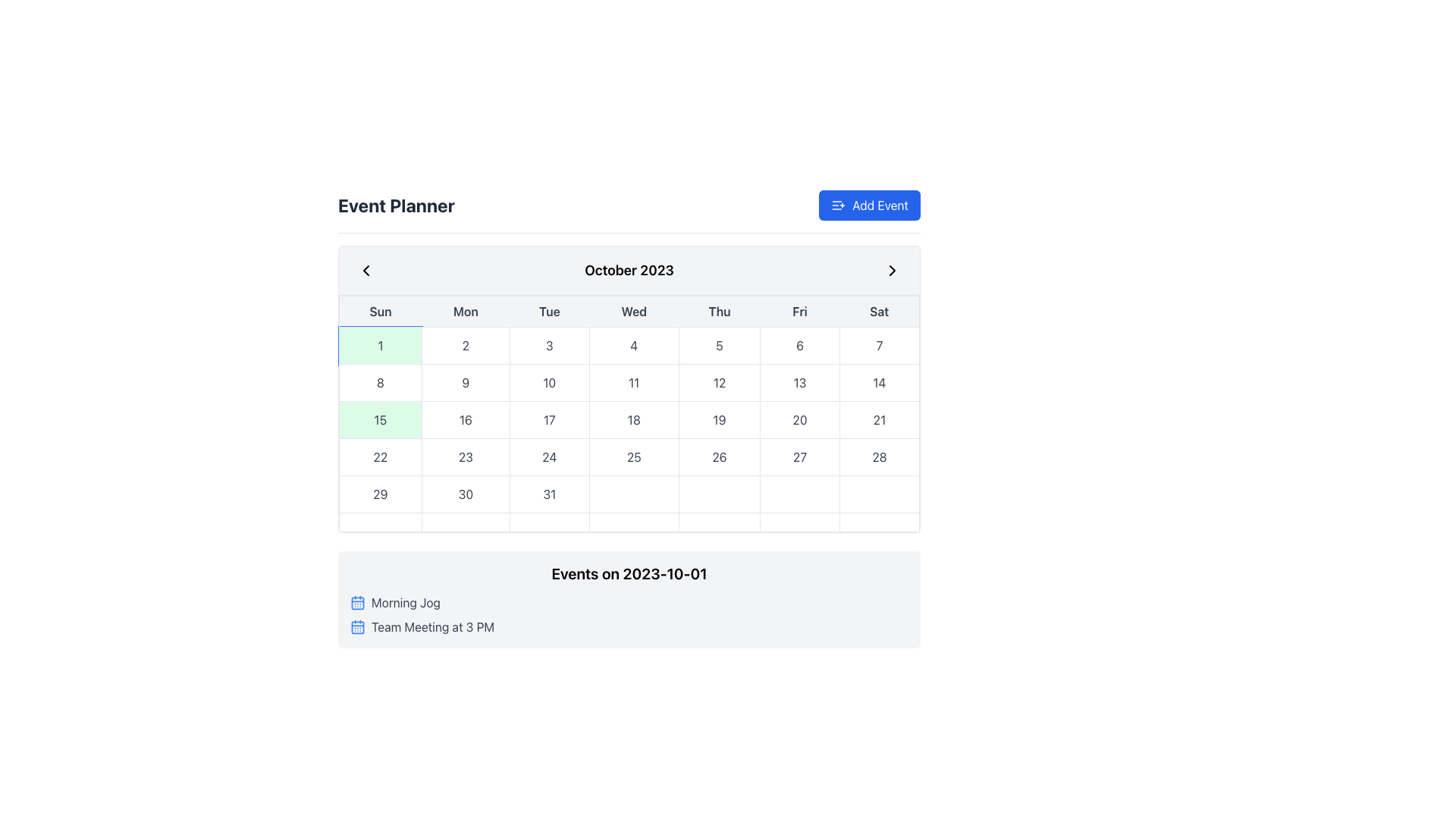  Describe the element at coordinates (634, 345) in the screenshot. I see `the interactive calendar date cell representing Wednesday, October 4th, 2023` at that location.